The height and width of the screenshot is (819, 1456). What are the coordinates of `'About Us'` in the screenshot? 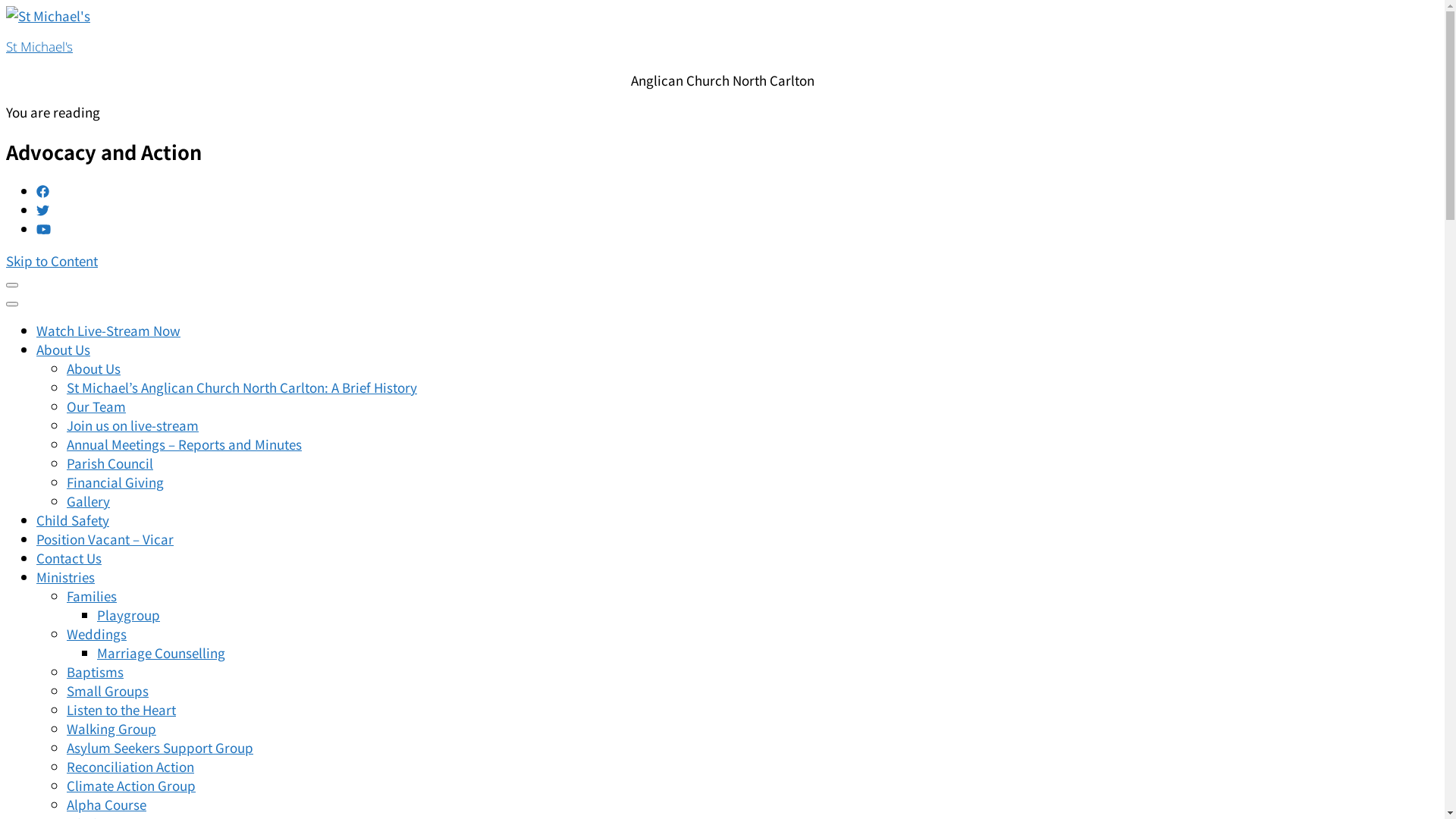 It's located at (93, 368).